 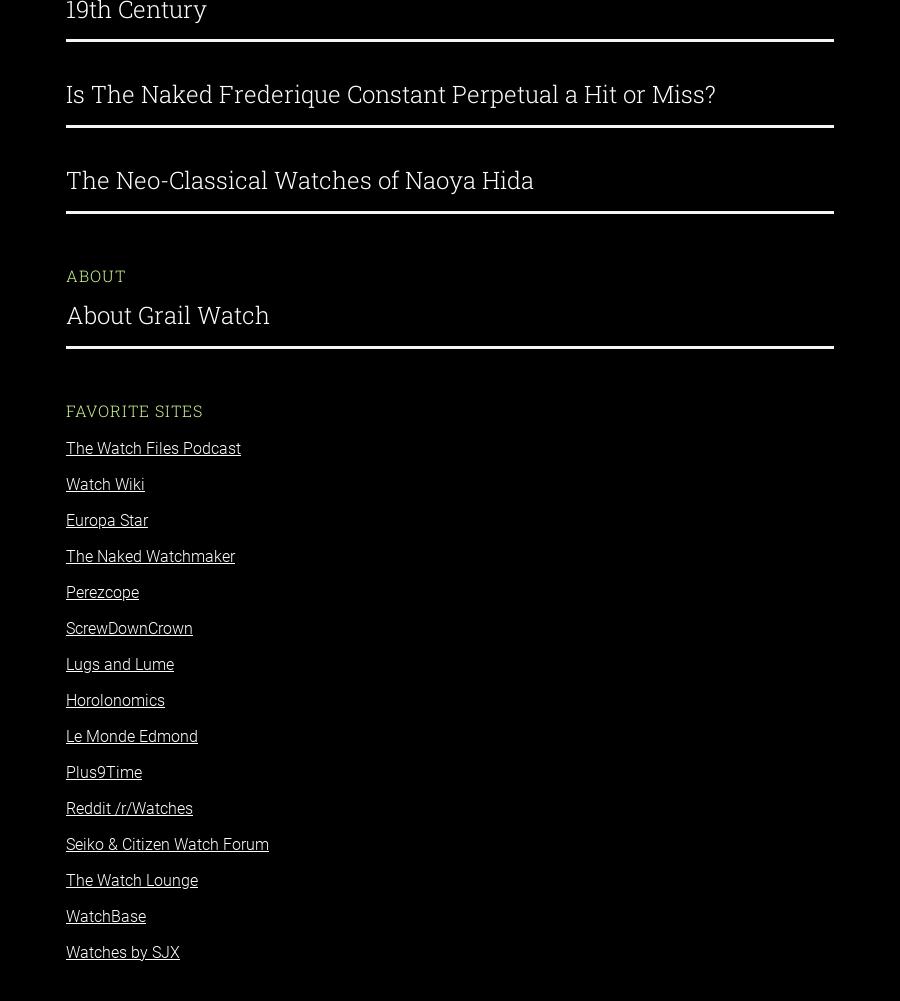 I want to click on 'Lugs and Lume', so click(x=119, y=646).